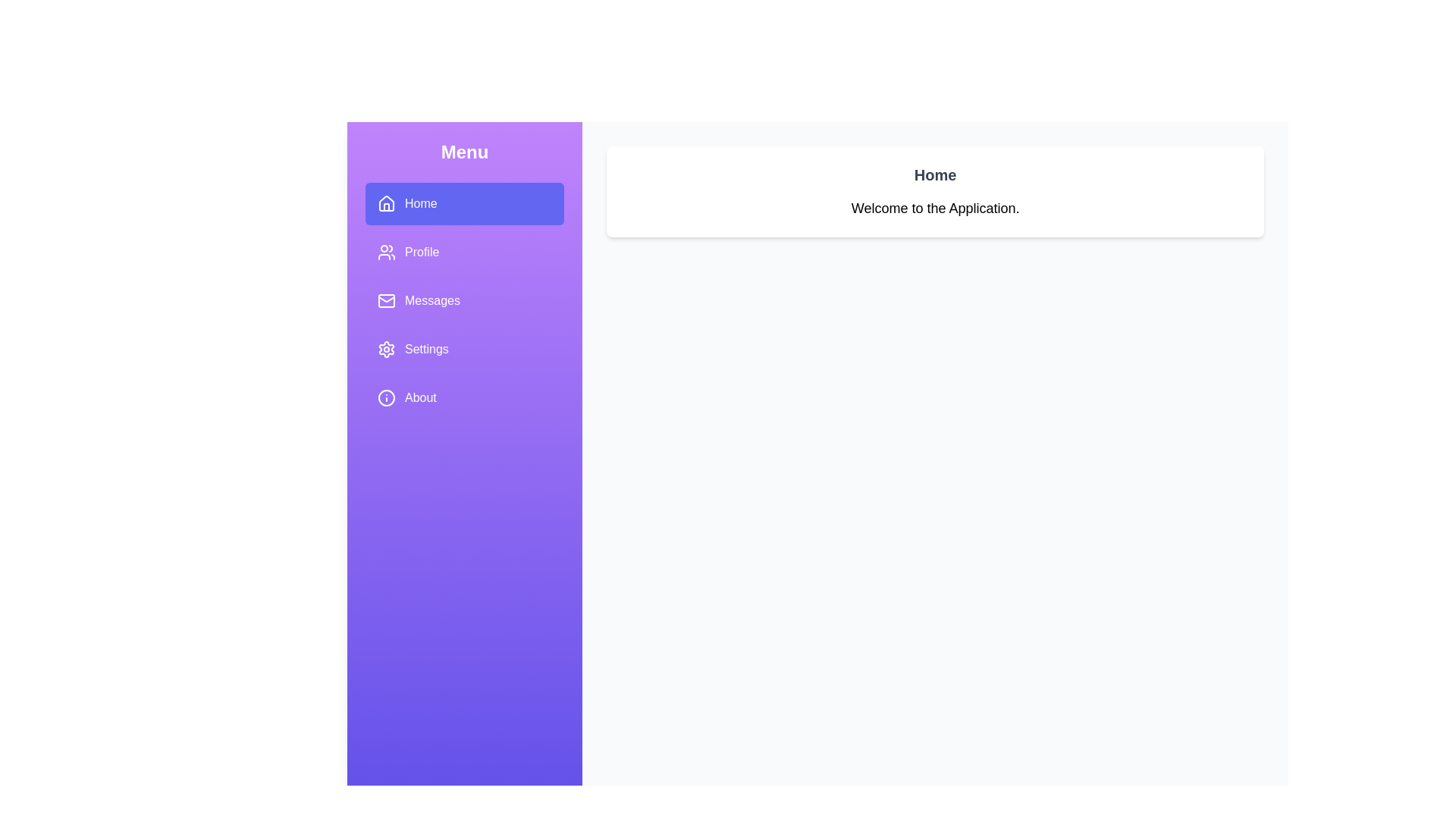 Image resolution: width=1456 pixels, height=819 pixels. I want to click on the text label displaying 'Messages' in the vertical sidebar menu, which is styled in white on a purple background, so click(431, 301).